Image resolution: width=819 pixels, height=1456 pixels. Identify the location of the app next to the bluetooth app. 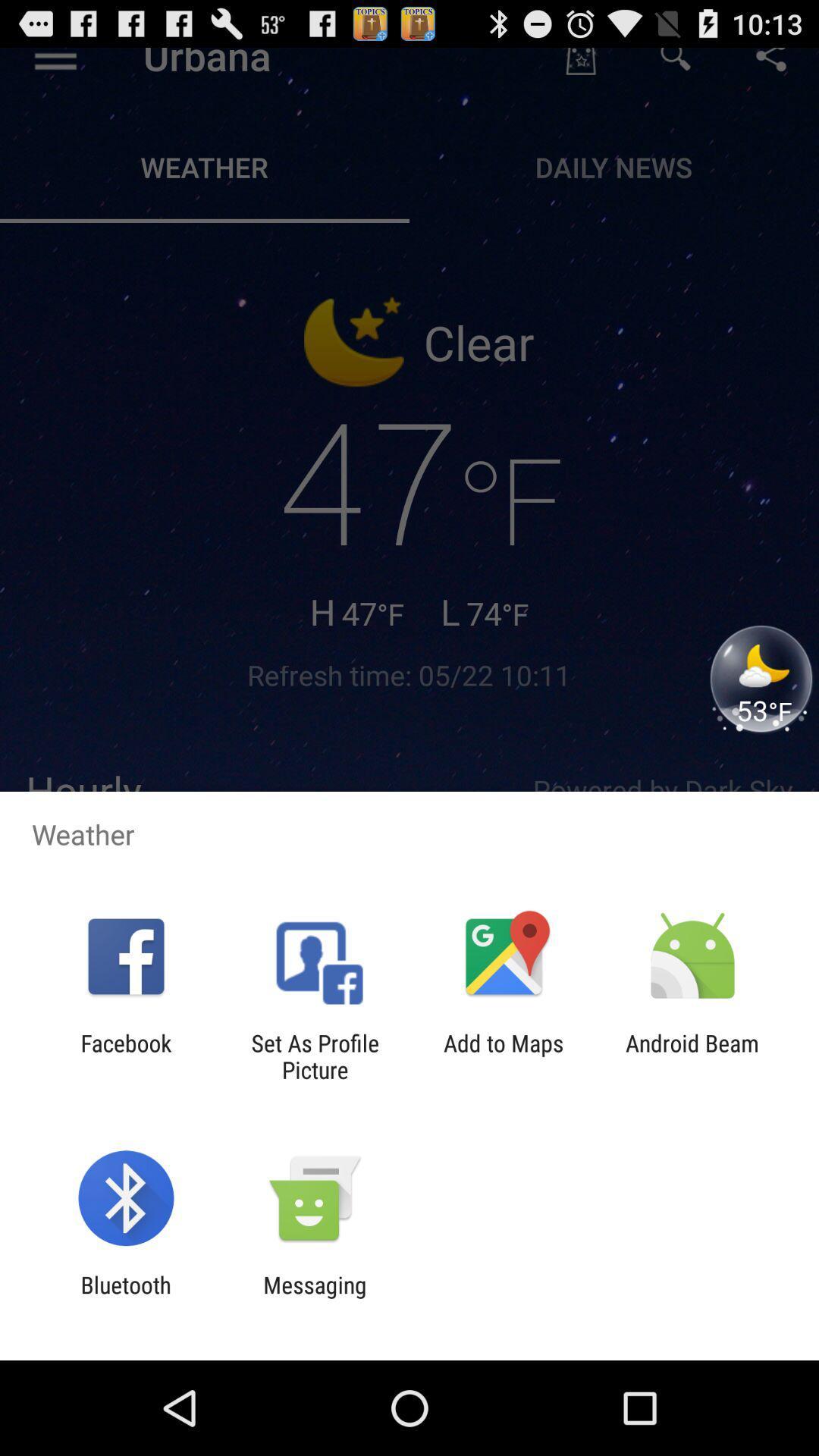
(314, 1298).